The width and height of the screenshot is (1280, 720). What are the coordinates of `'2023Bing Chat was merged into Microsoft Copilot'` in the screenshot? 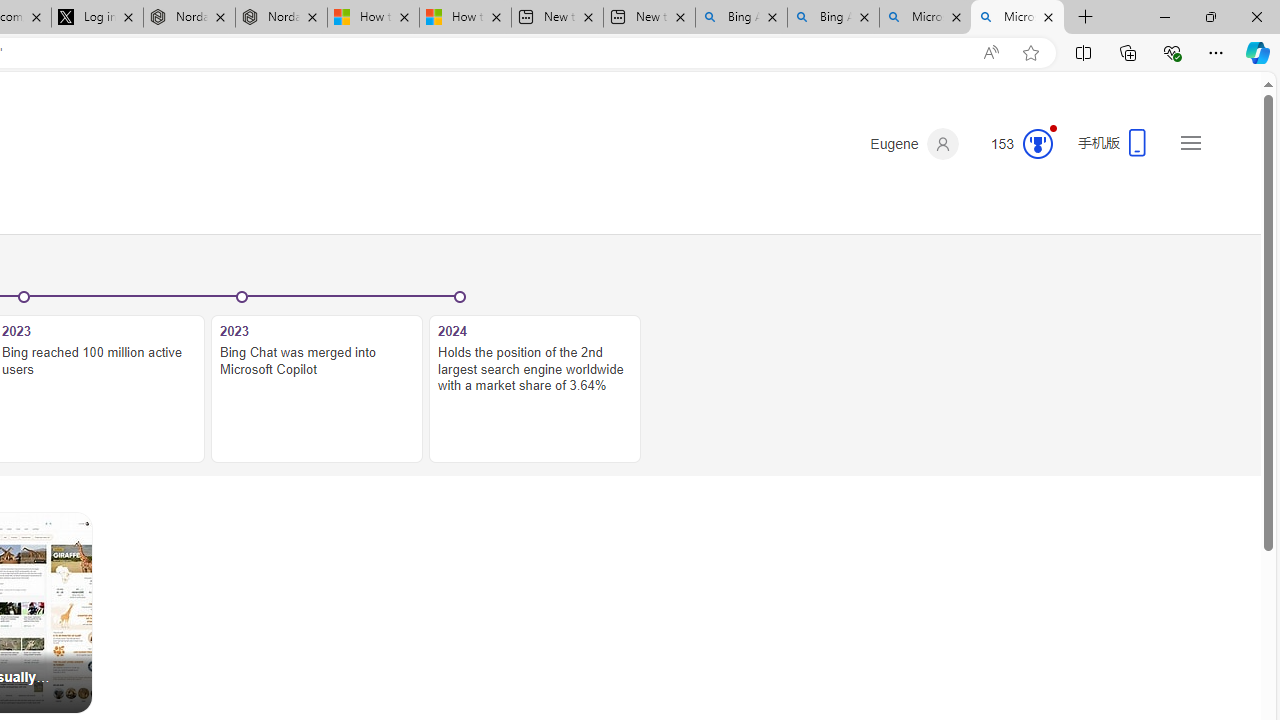 It's located at (316, 378).